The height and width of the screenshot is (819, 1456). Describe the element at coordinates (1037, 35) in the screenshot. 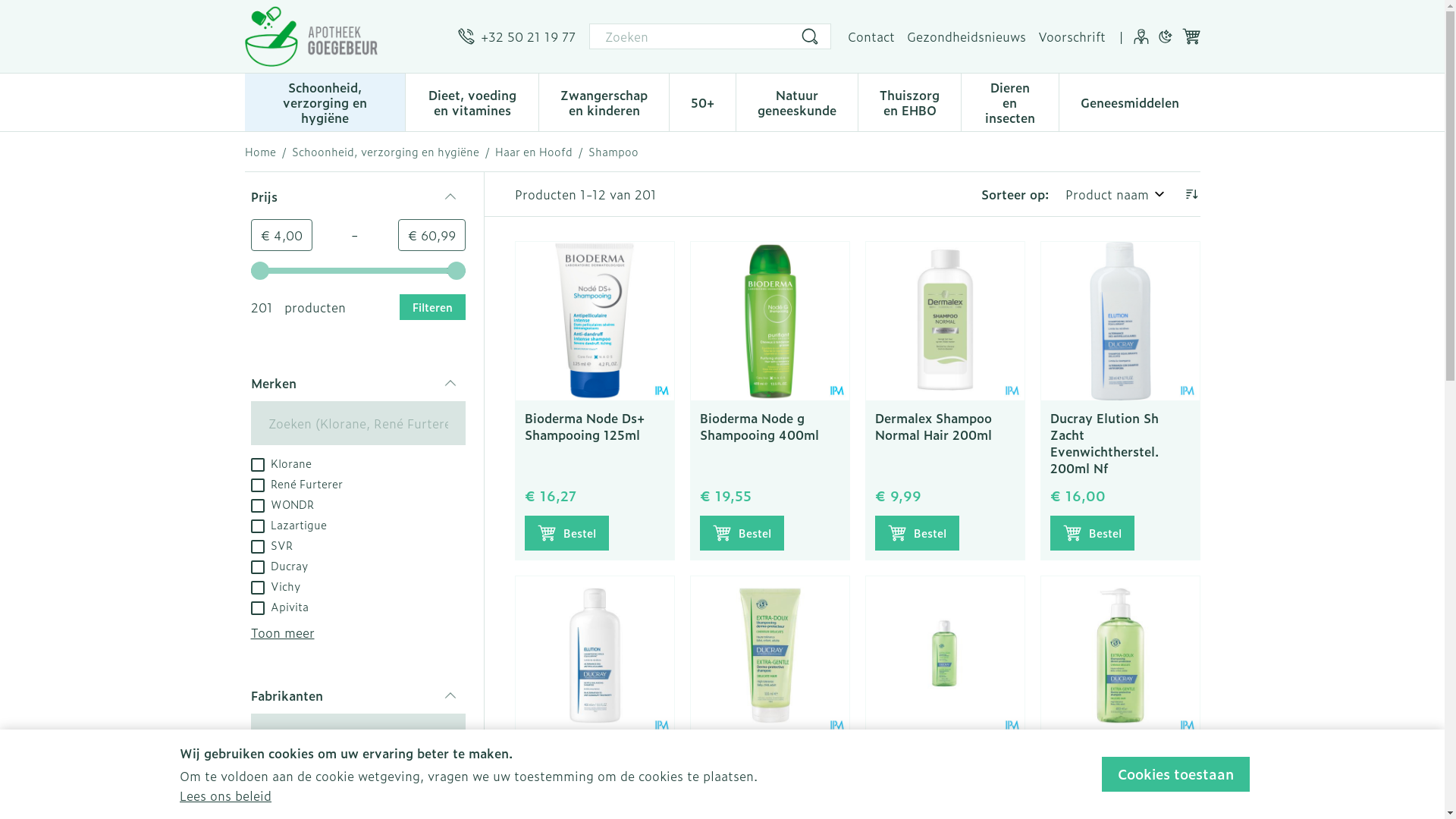

I see `'Voorschrift'` at that location.